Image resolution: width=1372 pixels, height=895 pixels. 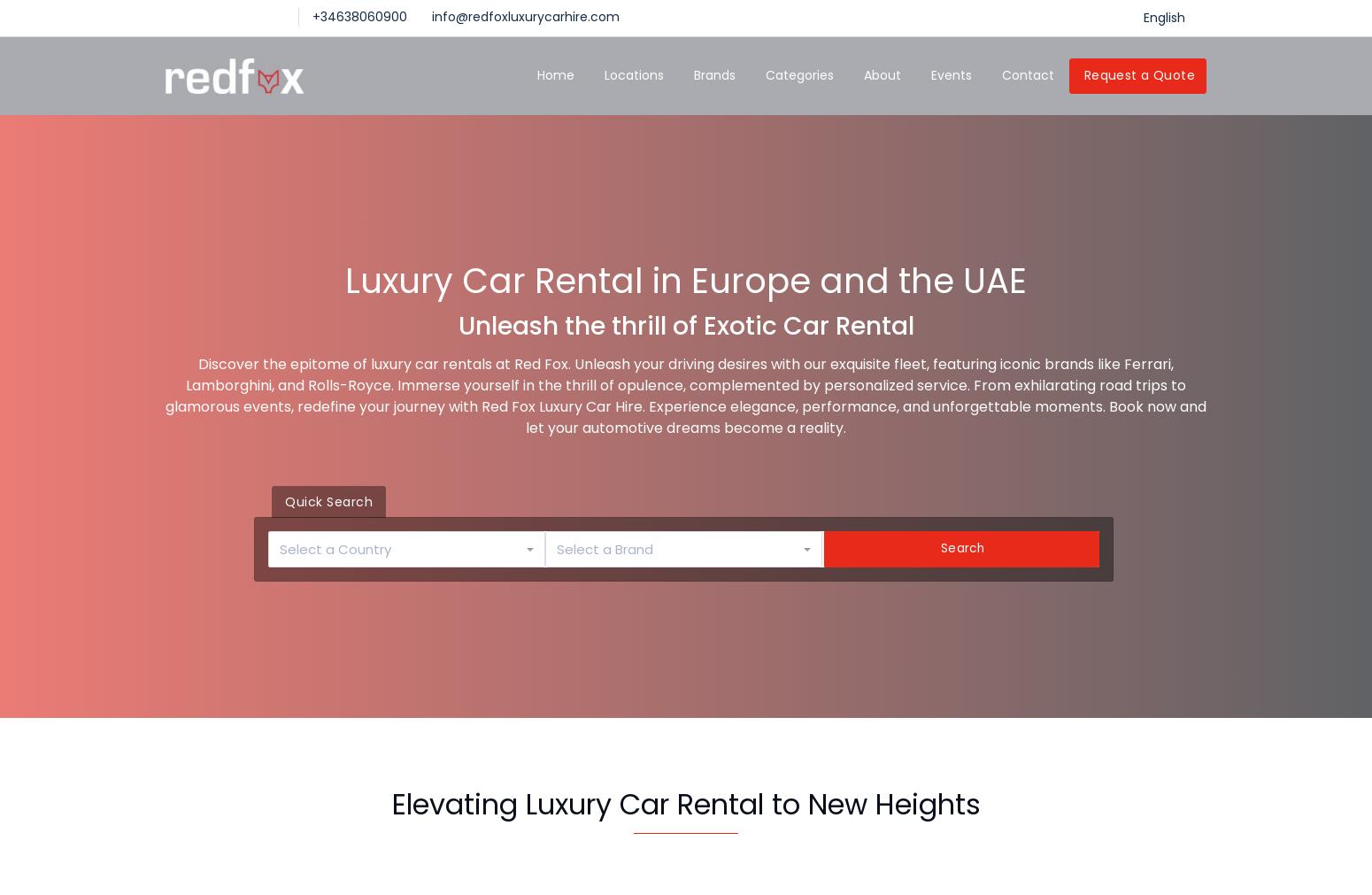 I want to click on 'Contact', so click(x=1000, y=74).